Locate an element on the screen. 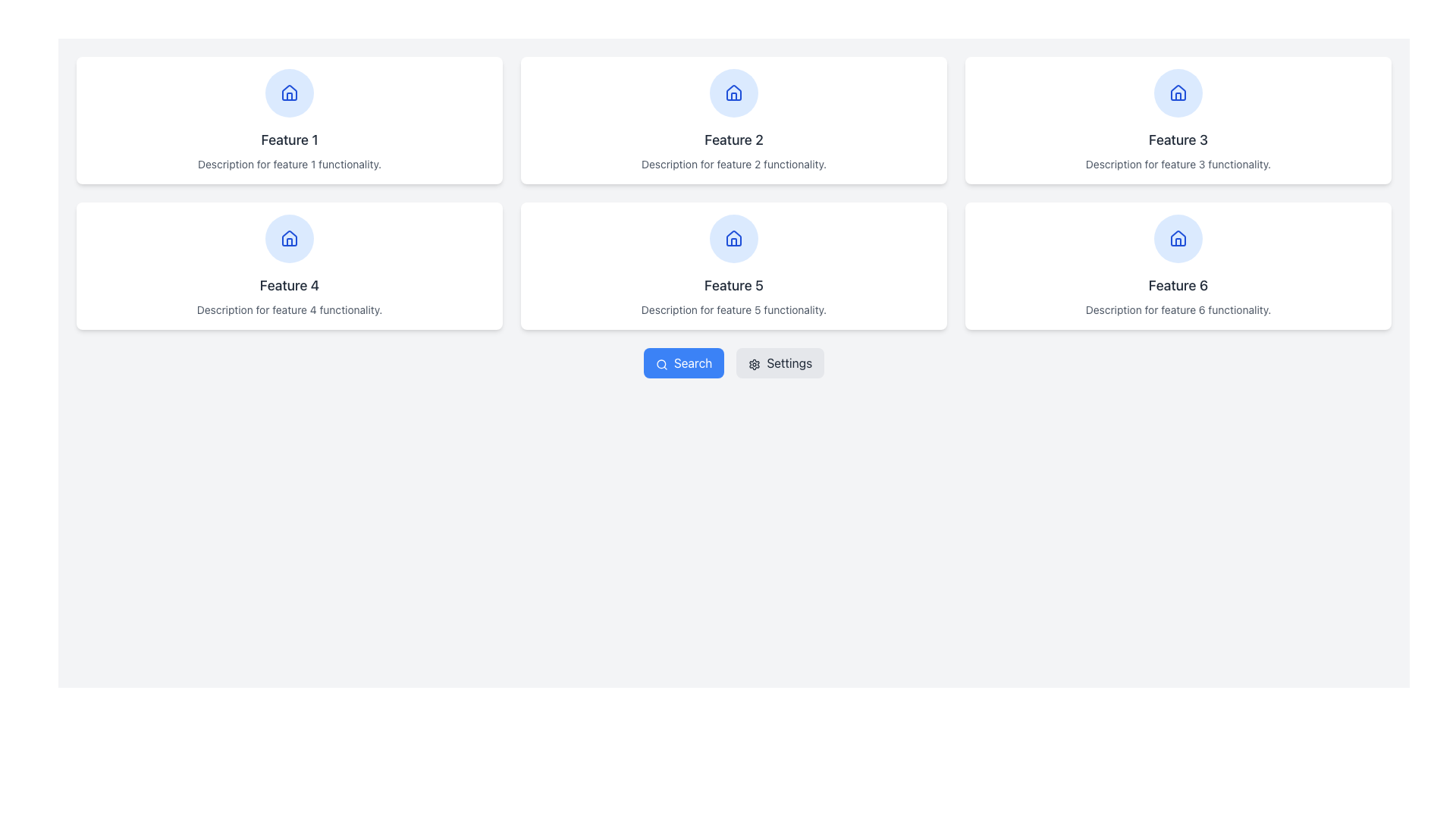  the magnifying glass icon within the blue 'Search' button, which is positioned to the left of the text 'Search' is located at coordinates (661, 364).